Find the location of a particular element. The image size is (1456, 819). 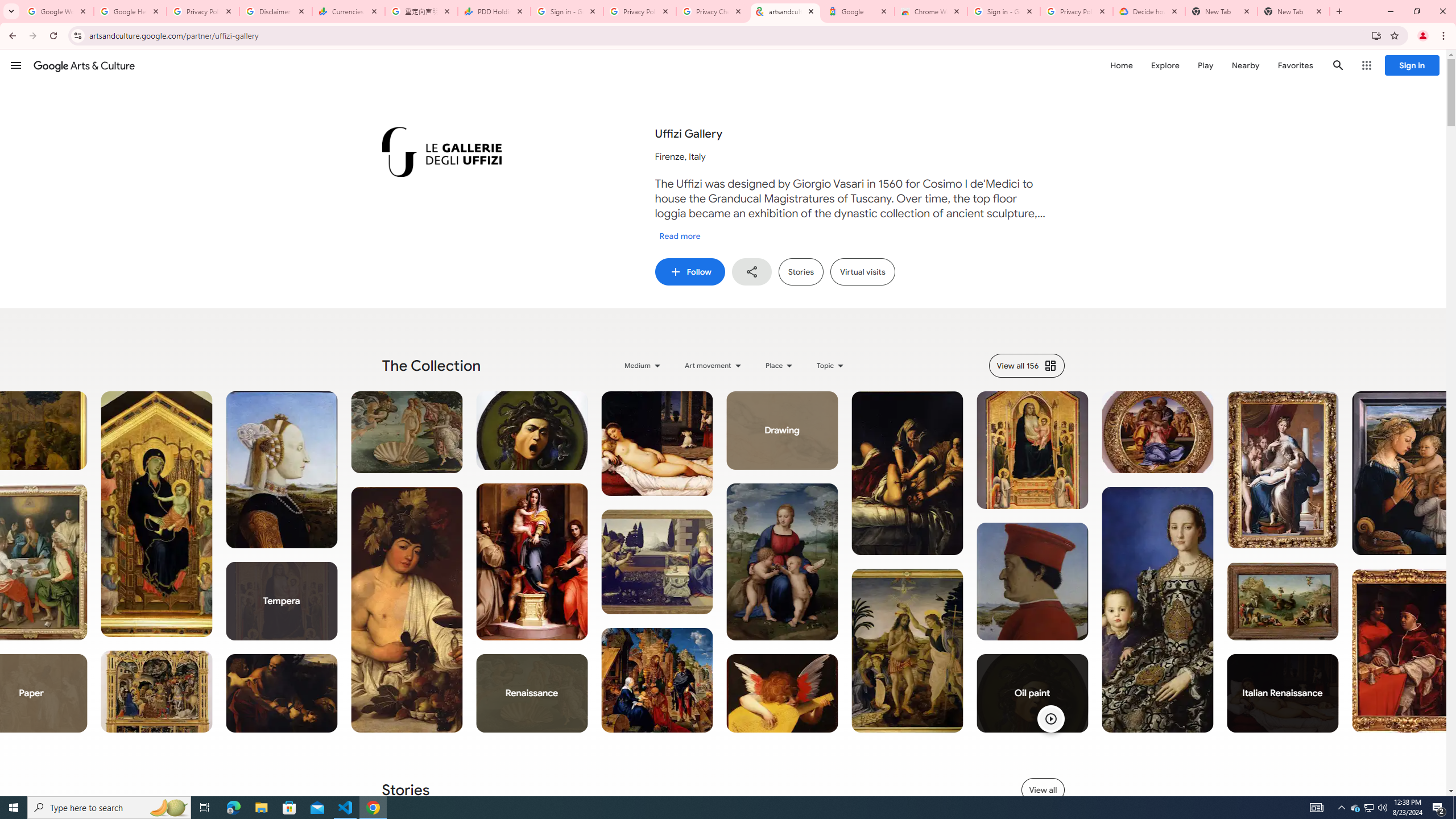

'Install Google Arts & Culture' is located at coordinates (1376, 35).